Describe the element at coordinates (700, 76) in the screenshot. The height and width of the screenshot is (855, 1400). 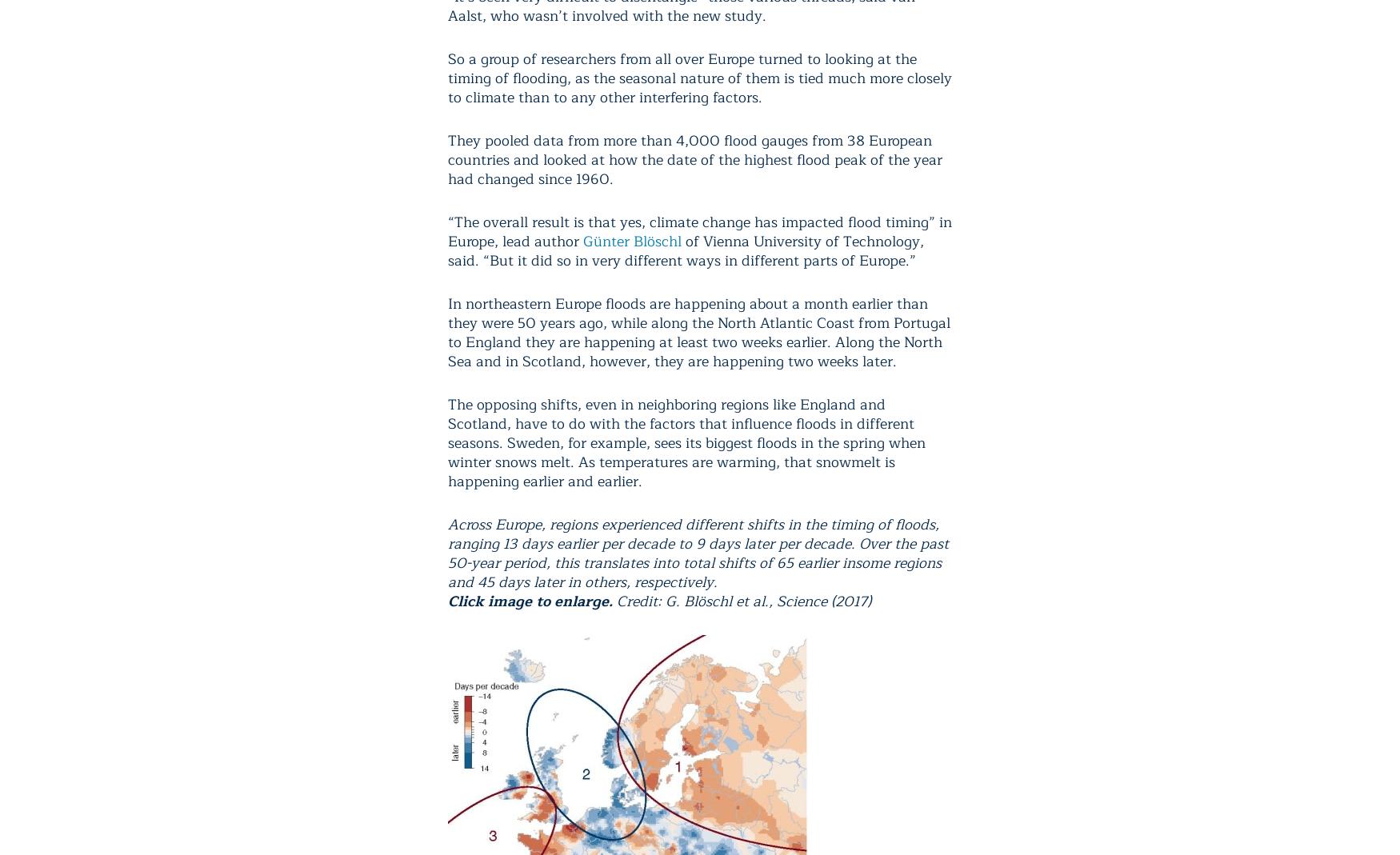
I see `'So a group of researchers from all over Europe turned to looking at the timing of flooding, as the seasonal nature of them is tied much more closely to climate than to any other interfering factors.'` at that location.